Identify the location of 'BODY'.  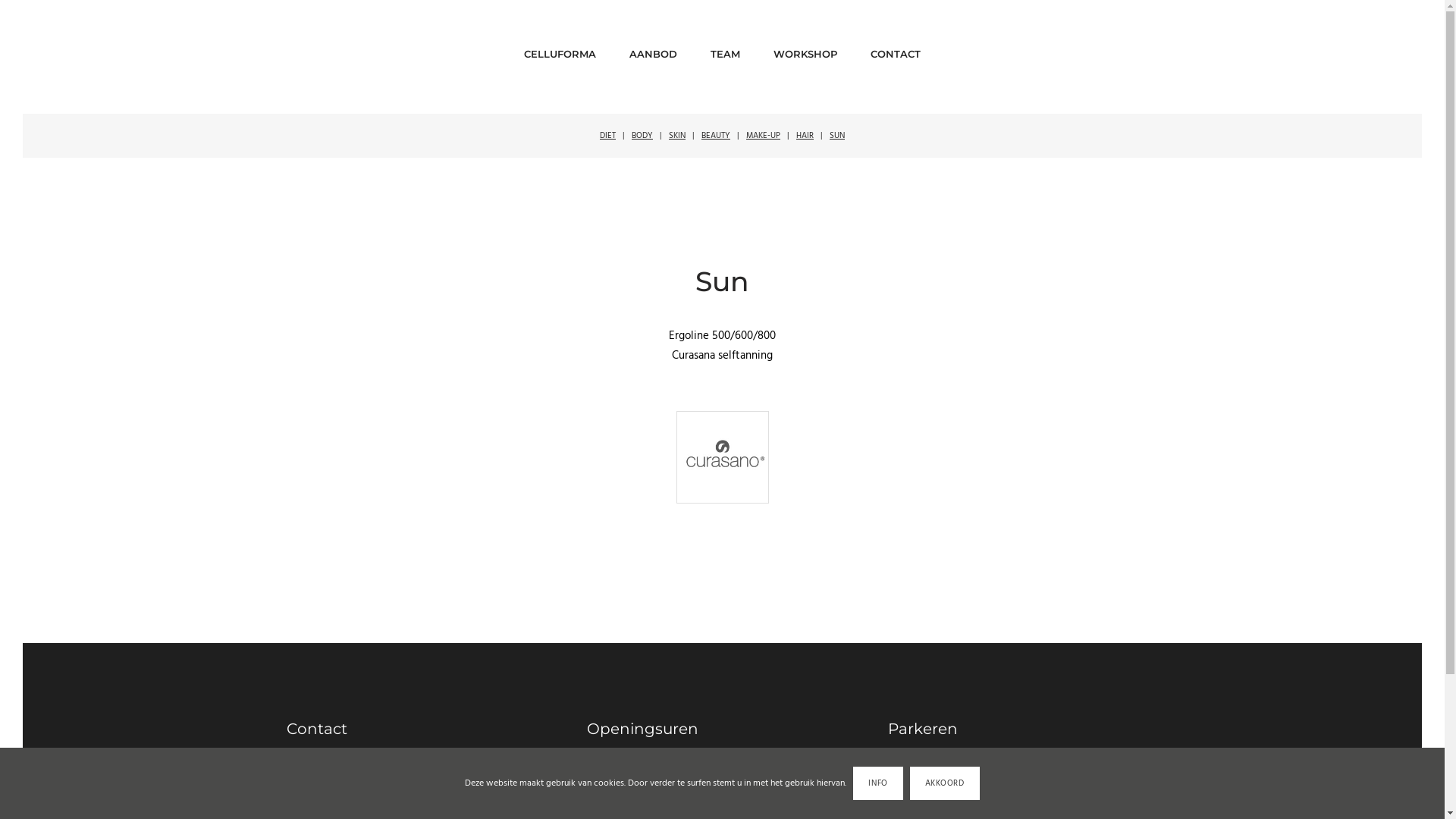
(632, 134).